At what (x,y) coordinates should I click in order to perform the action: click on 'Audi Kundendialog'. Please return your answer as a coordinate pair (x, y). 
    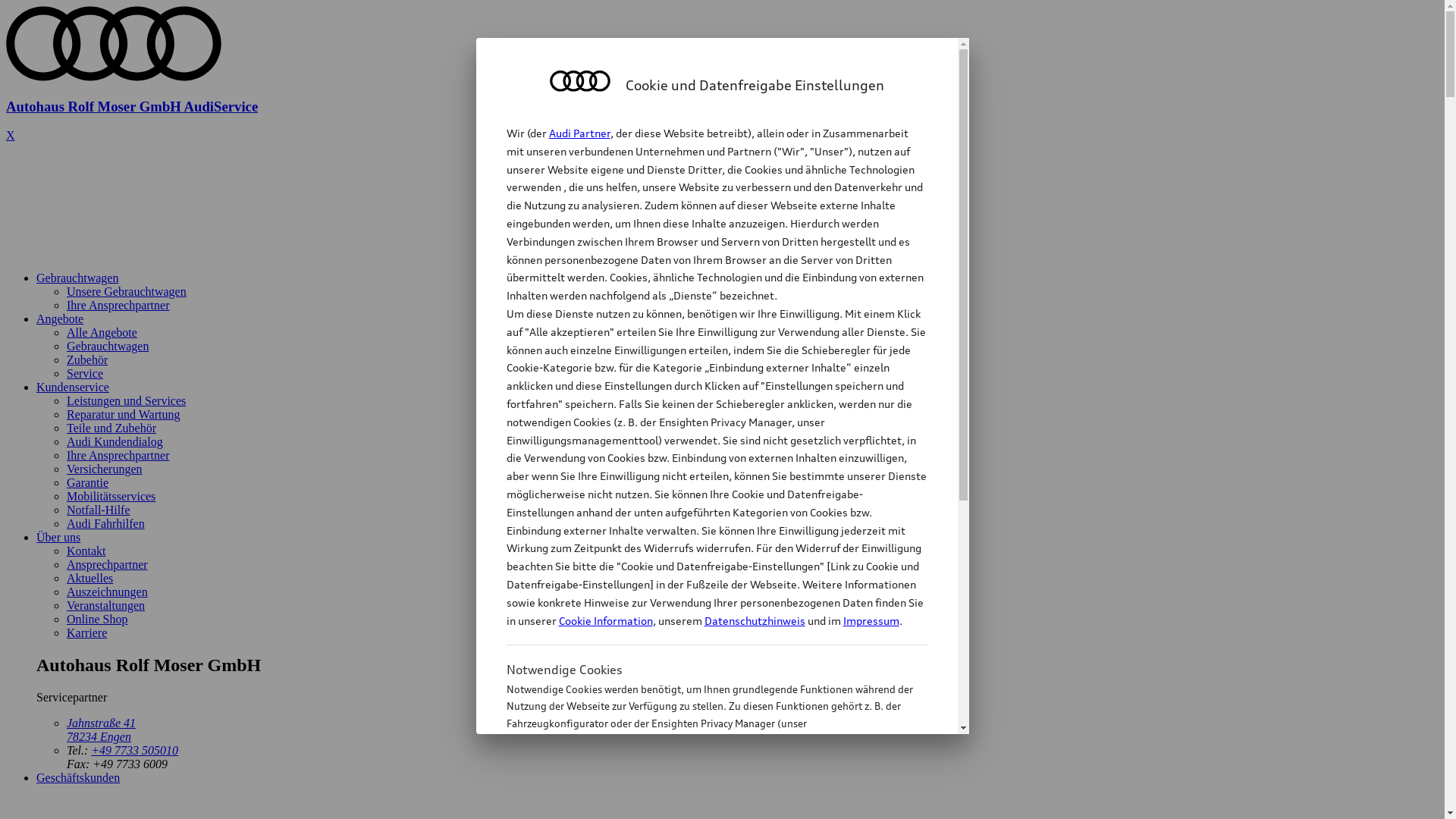
    Looking at the image, I should click on (114, 441).